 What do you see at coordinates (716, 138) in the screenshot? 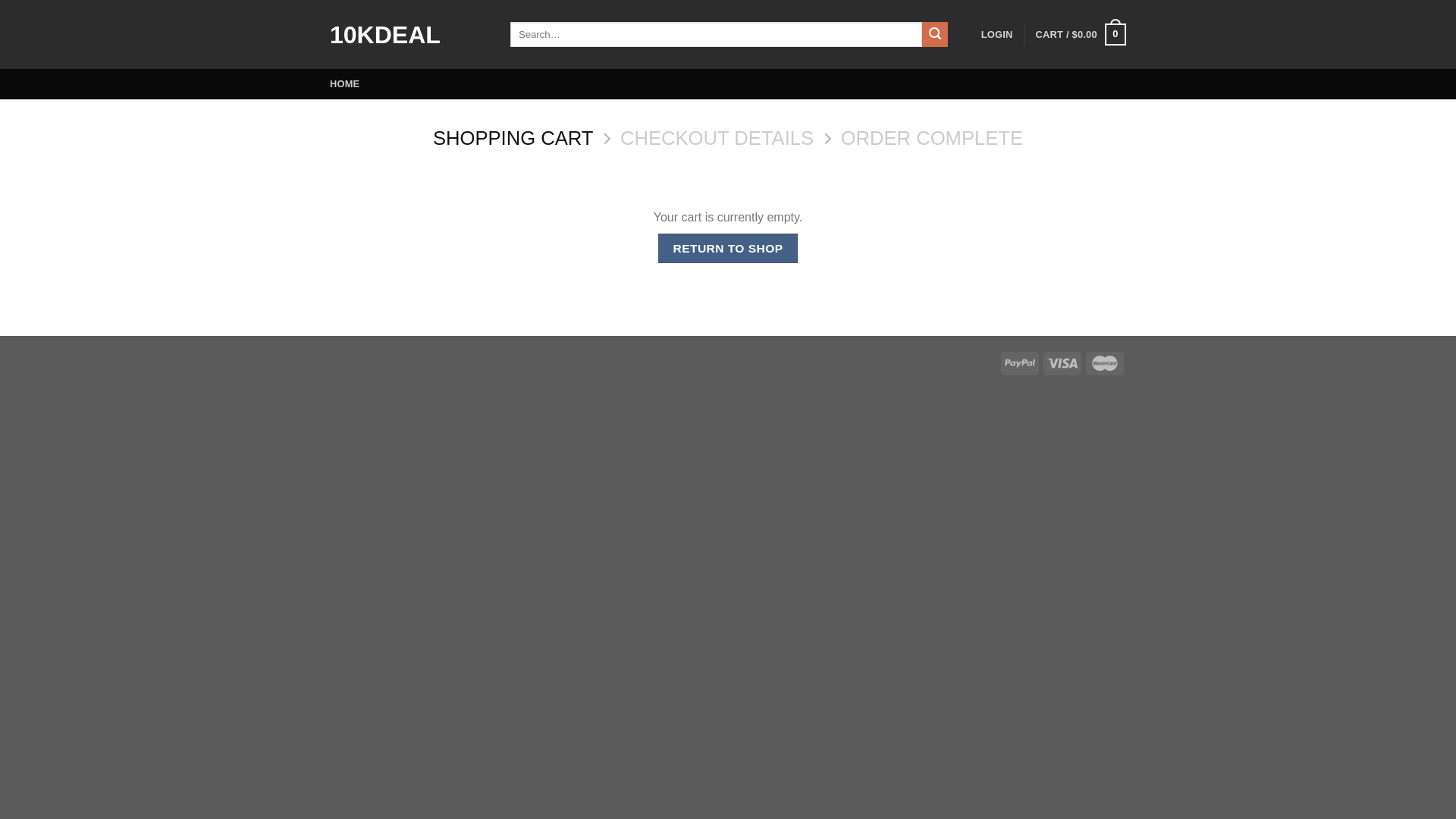
I see `'CHECKOUT DETAILS'` at bounding box center [716, 138].